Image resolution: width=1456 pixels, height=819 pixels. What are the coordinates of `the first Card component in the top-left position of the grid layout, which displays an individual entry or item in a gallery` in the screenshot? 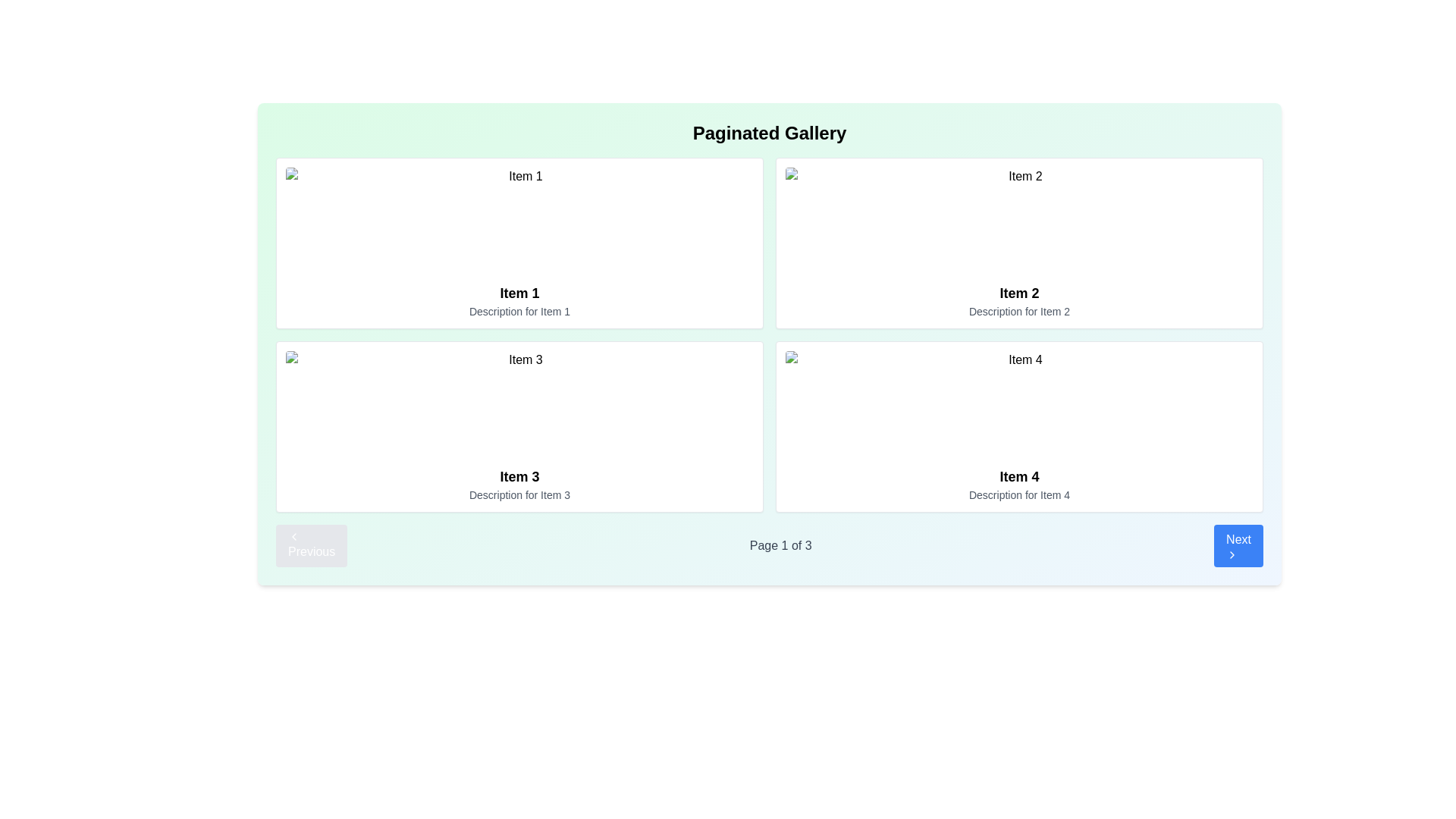 It's located at (519, 242).